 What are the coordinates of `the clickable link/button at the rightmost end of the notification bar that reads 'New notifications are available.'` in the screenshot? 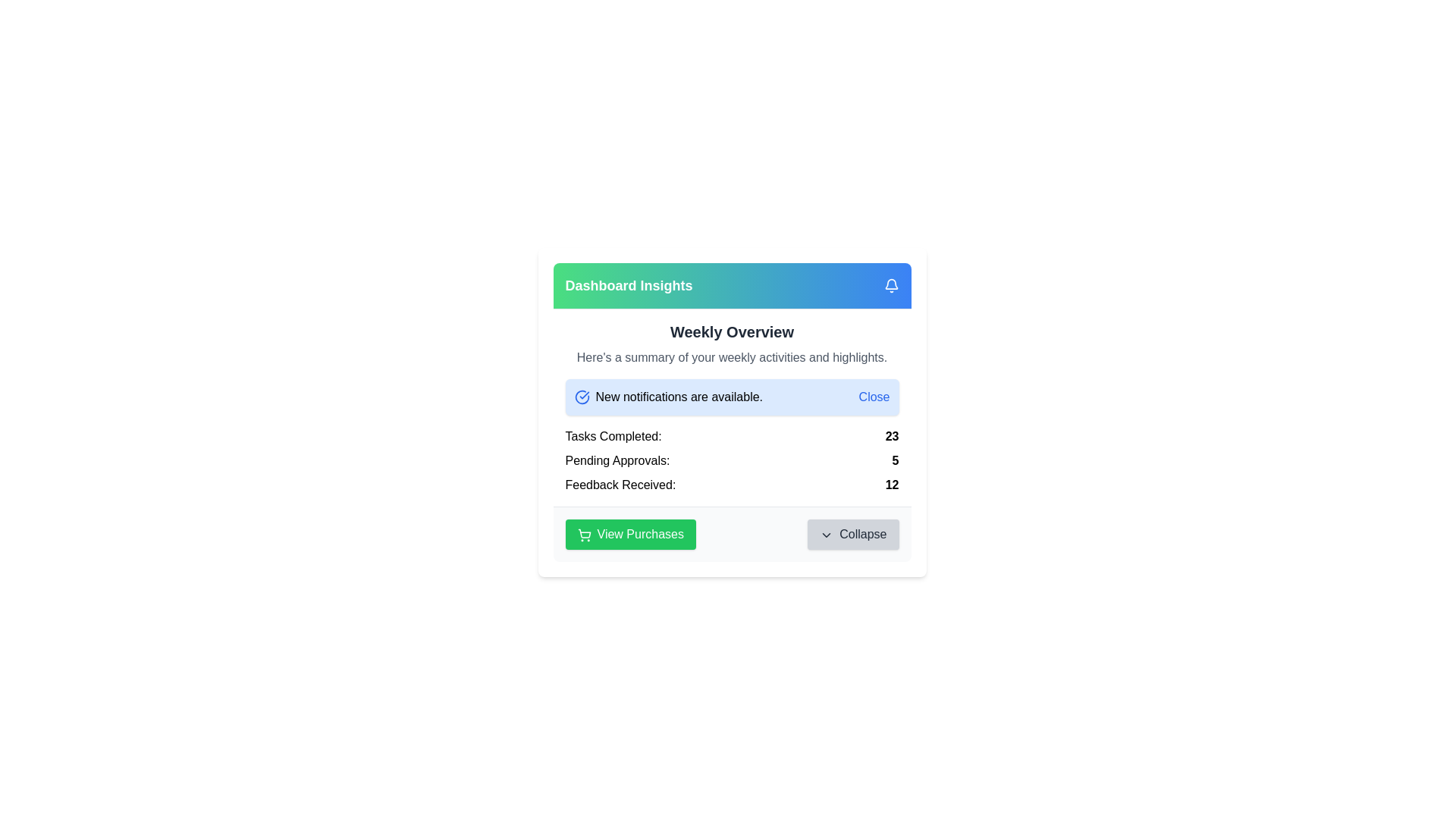 It's located at (874, 397).